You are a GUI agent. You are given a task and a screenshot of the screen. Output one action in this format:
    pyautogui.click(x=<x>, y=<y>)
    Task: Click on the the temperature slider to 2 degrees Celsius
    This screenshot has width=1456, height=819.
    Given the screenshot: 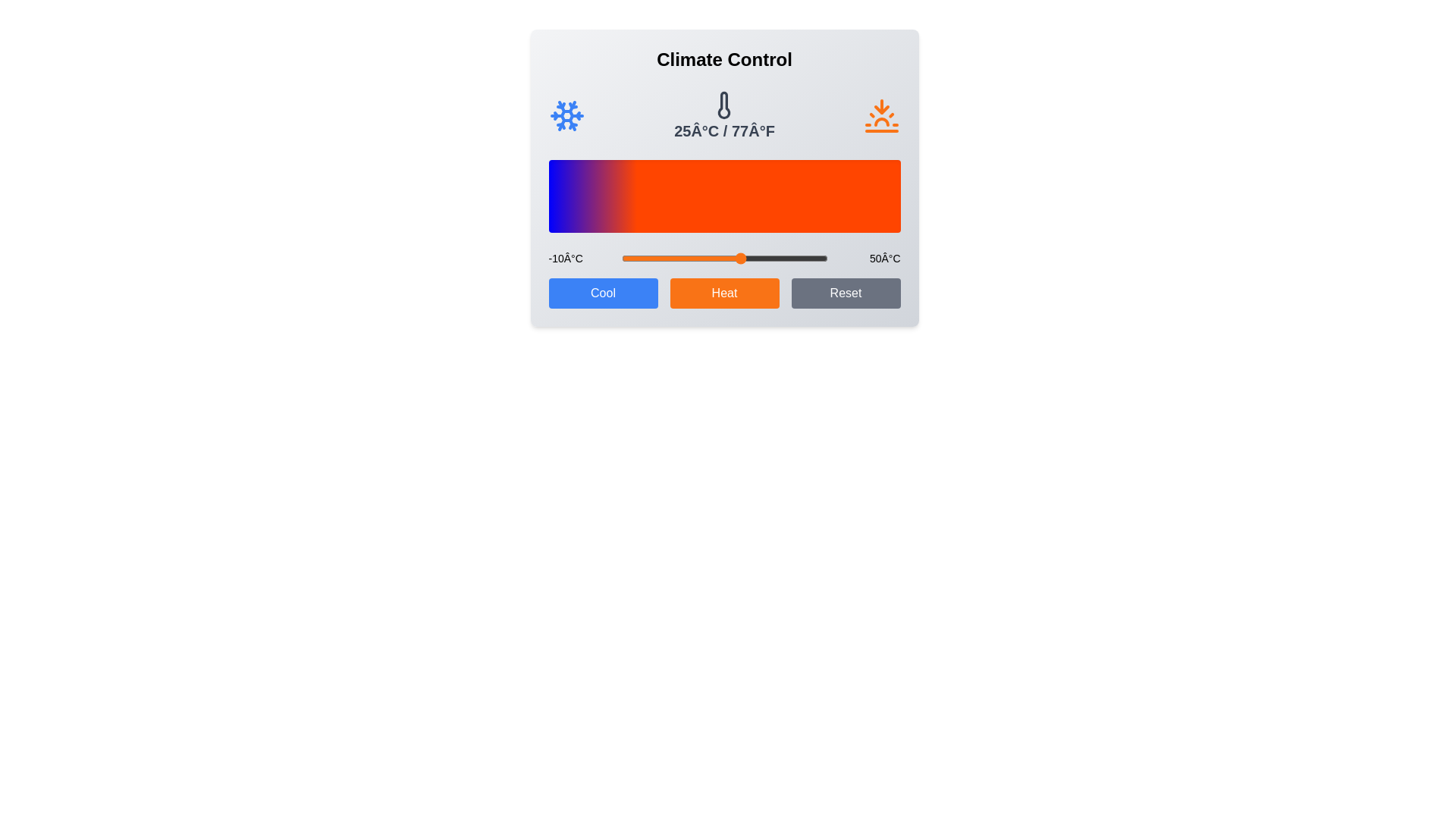 What is the action you would take?
    pyautogui.click(x=662, y=257)
    